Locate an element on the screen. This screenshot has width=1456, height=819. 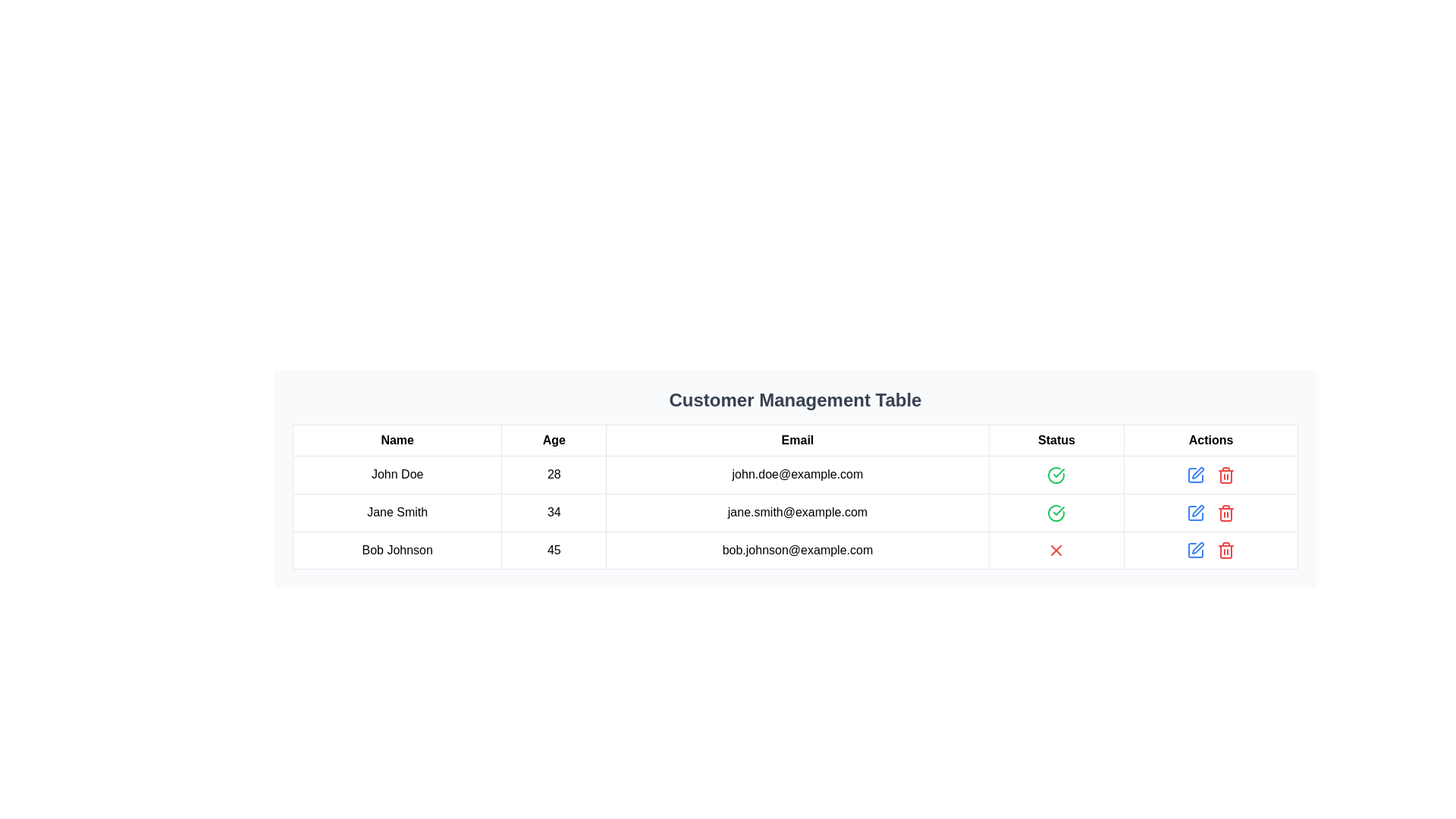
the table row containing the person's entry, which includes the name 'Jane Smith', age '34', and email 'jane.smith@example.com', located in the second row of the 'Customer Management Table' is located at coordinates (795, 512).